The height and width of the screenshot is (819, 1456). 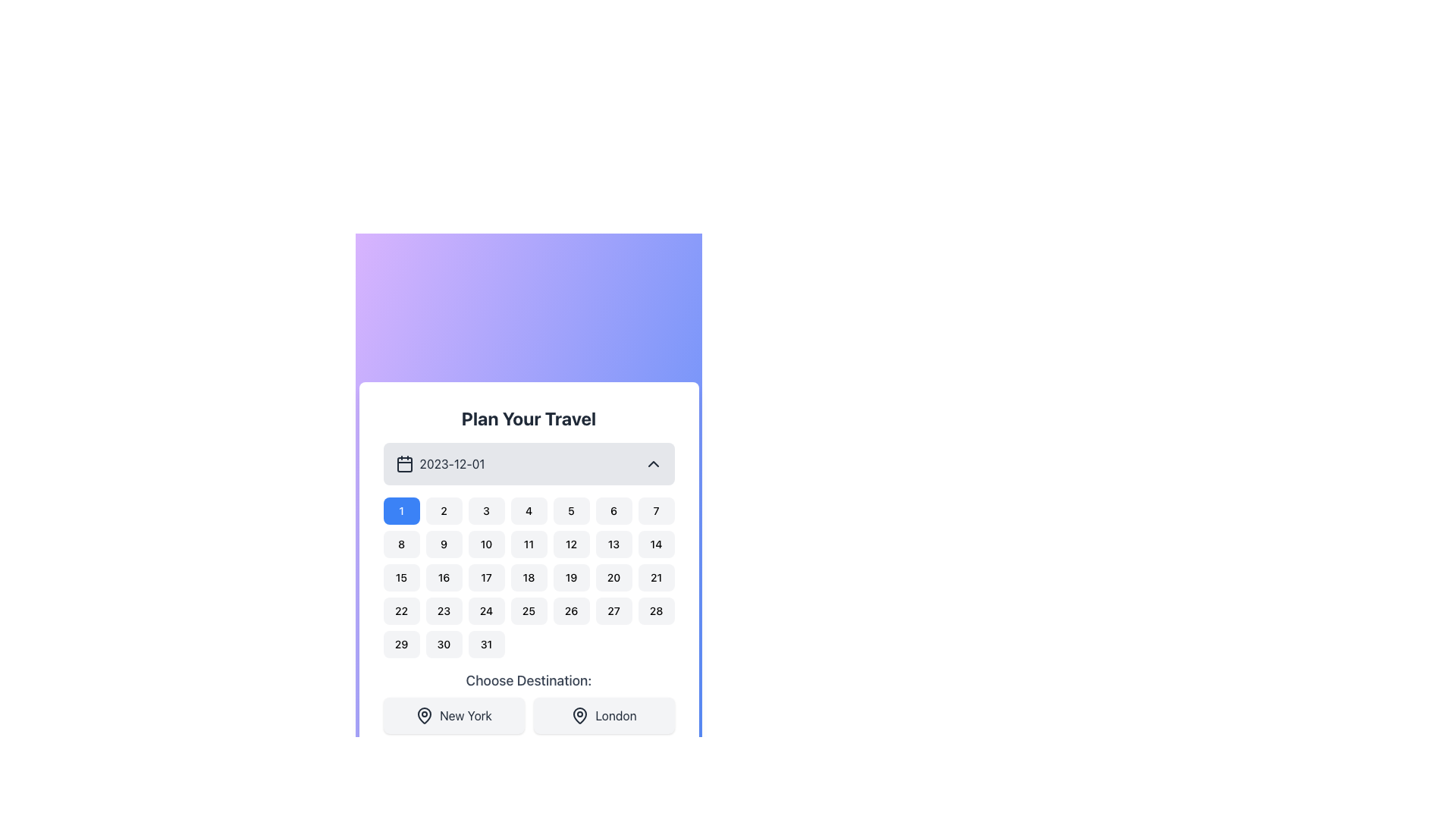 I want to click on the text label that prompts the user to select a destination, positioned below the calendar widget and above the city buttons, so click(x=529, y=680).